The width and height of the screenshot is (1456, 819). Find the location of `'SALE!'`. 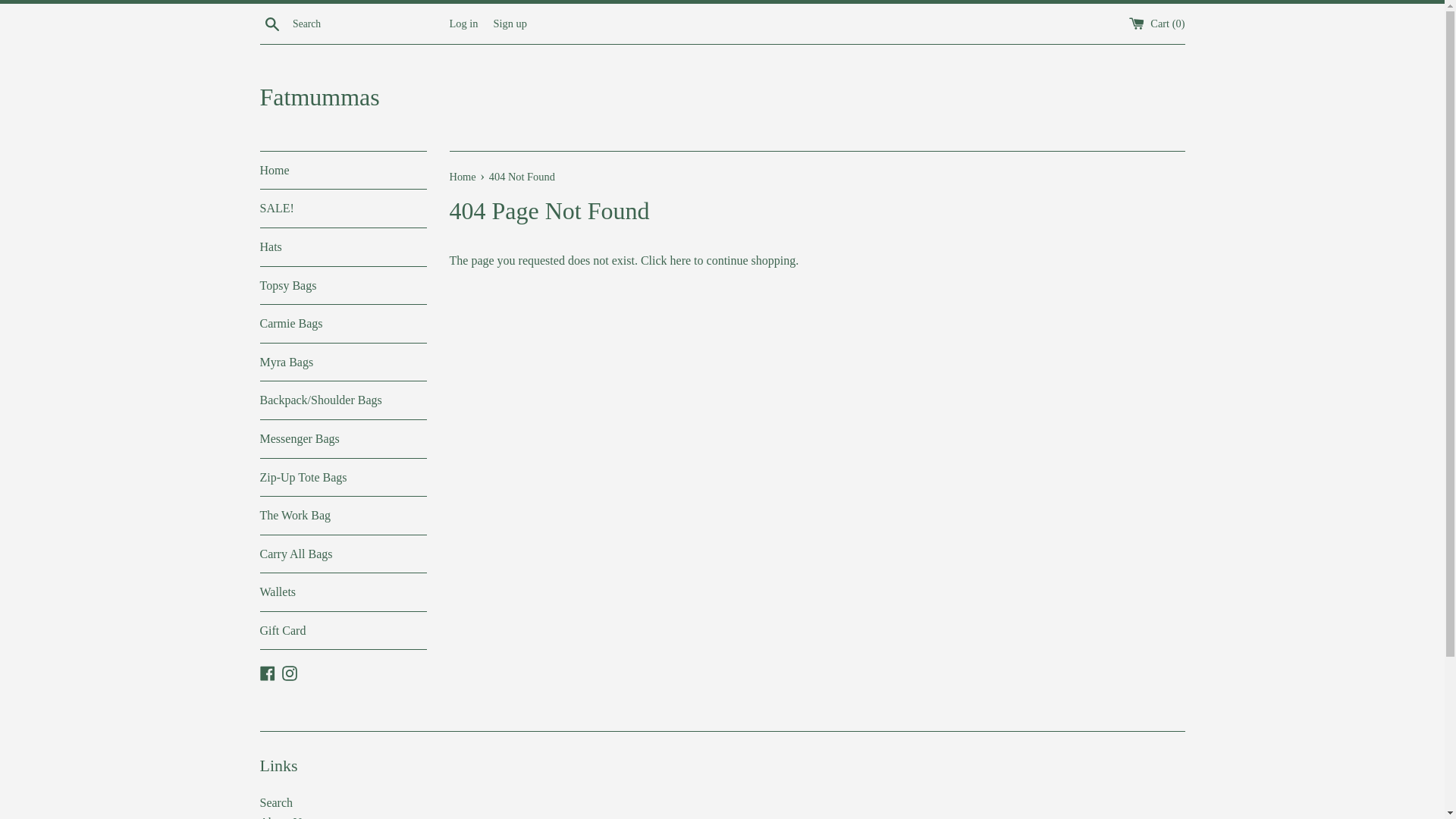

'SALE!' is located at coordinates (259, 208).